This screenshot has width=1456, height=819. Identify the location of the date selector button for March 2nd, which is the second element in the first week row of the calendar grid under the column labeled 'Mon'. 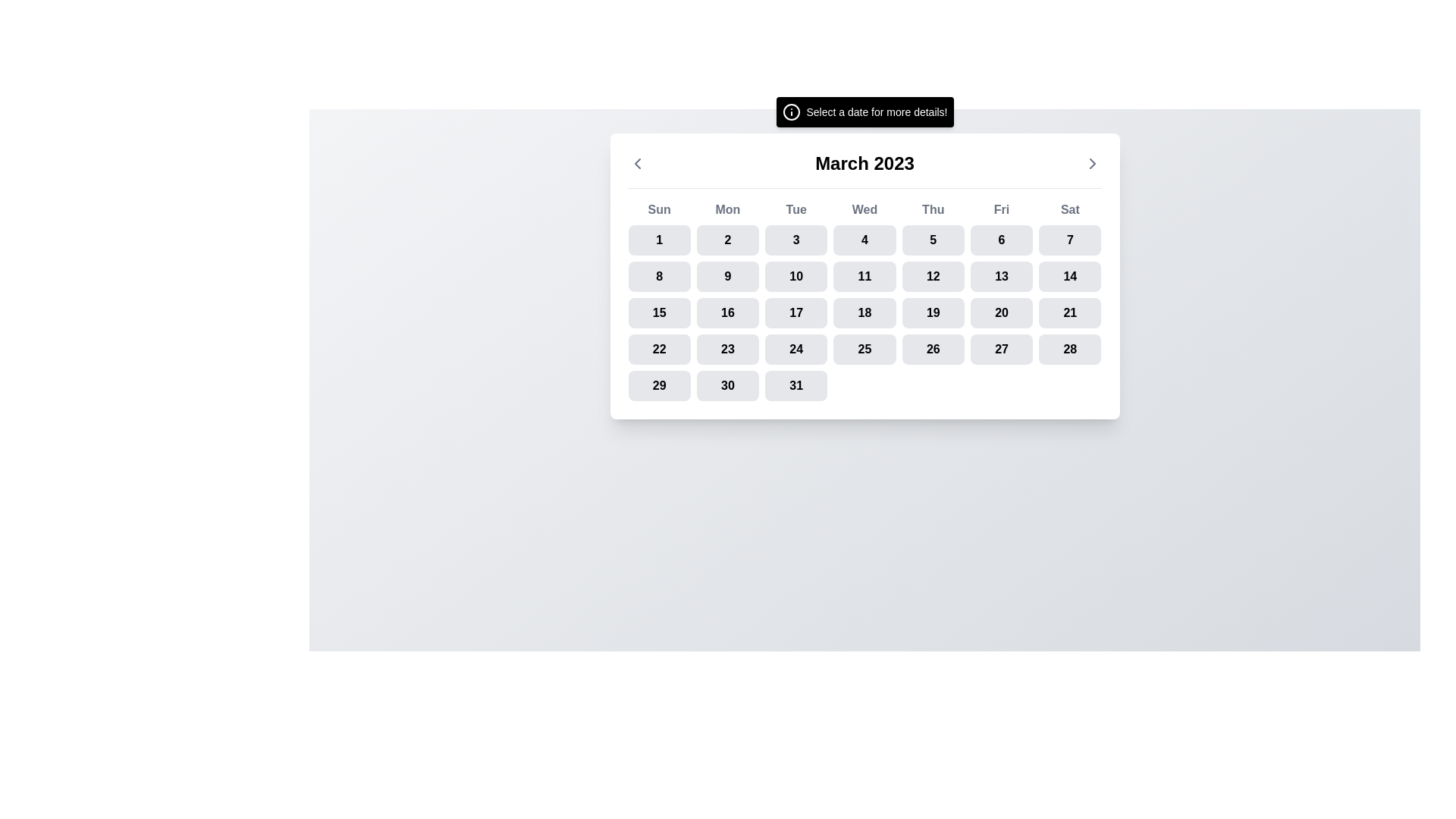
(728, 239).